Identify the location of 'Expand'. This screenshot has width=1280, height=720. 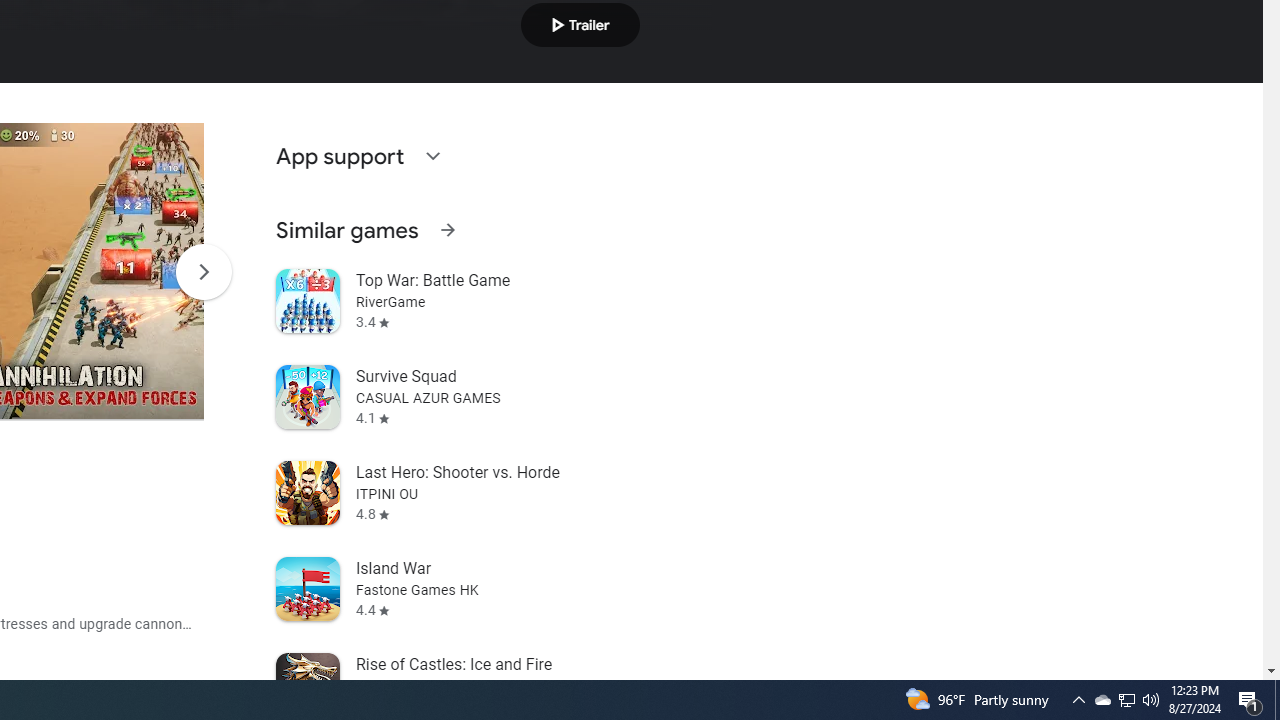
(431, 154).